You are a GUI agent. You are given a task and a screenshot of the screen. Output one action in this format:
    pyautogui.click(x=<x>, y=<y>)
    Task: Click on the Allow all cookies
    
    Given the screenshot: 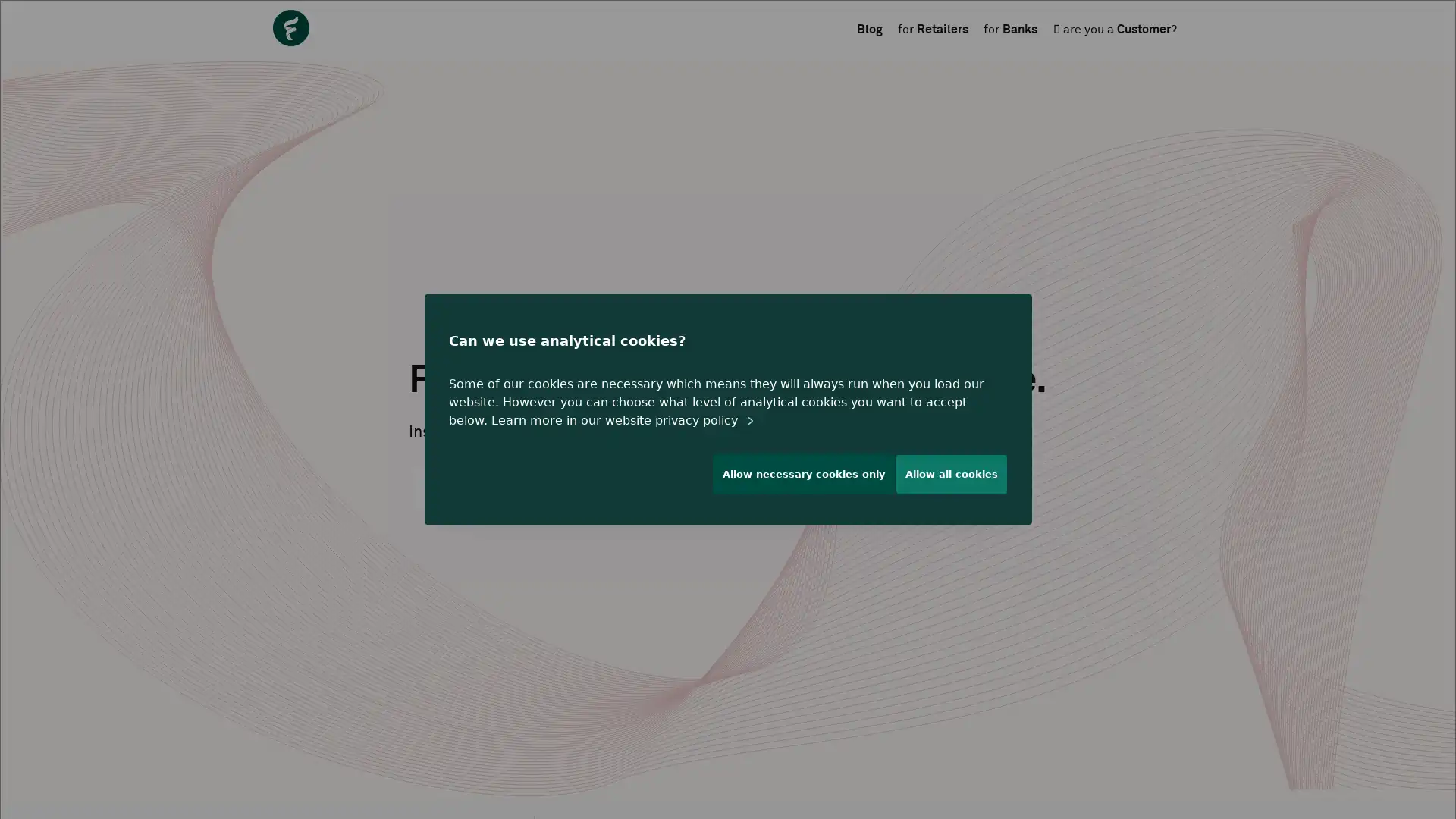 What is the action you would take?
    pyautogui.click(x=949, y=480)
    